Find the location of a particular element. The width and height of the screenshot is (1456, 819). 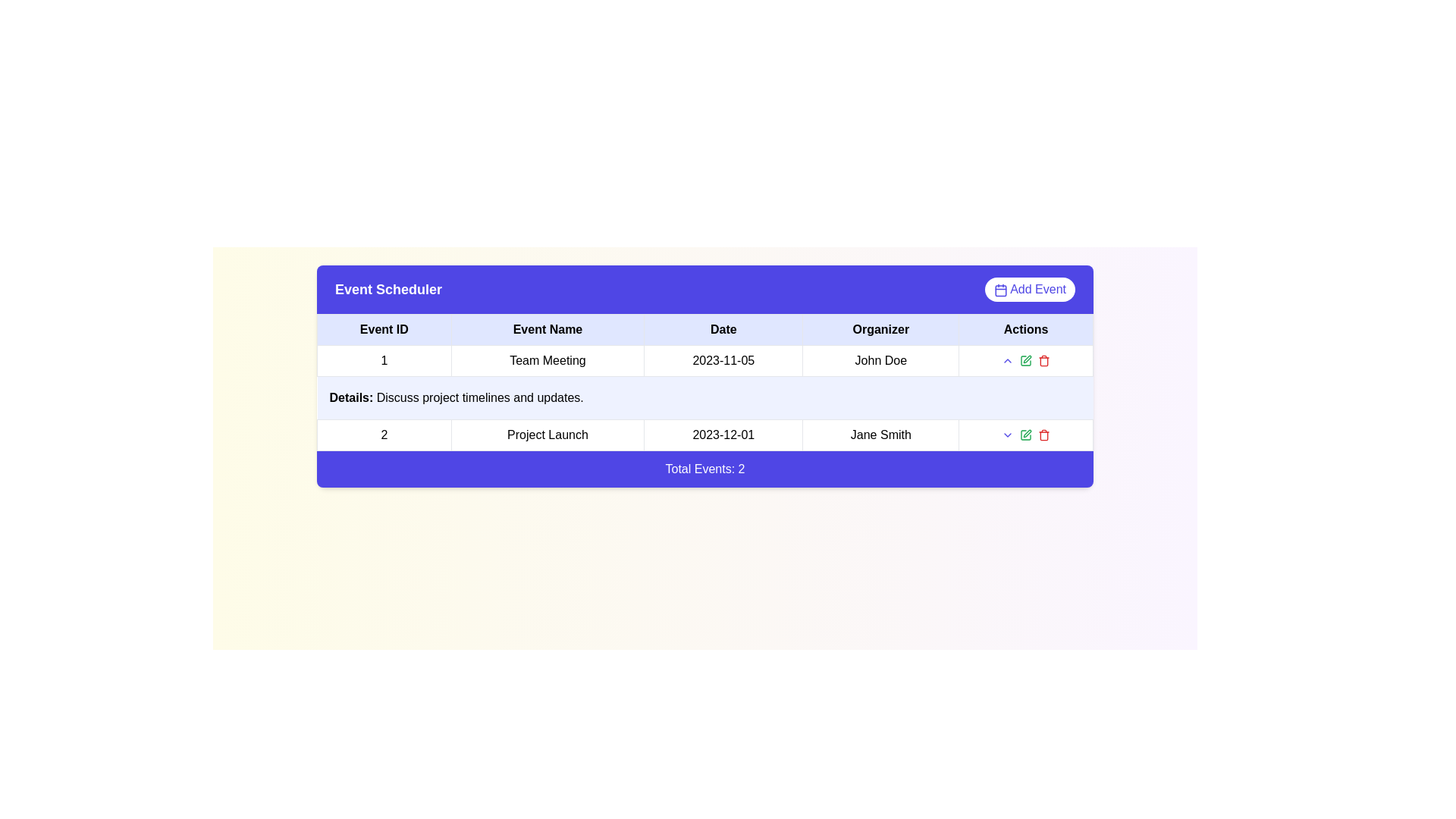

the green icon button representing a pen or edit action located in the 'Actions' section of the second row, centrally positioned among similar icons is located at coordinates (1026, 435).